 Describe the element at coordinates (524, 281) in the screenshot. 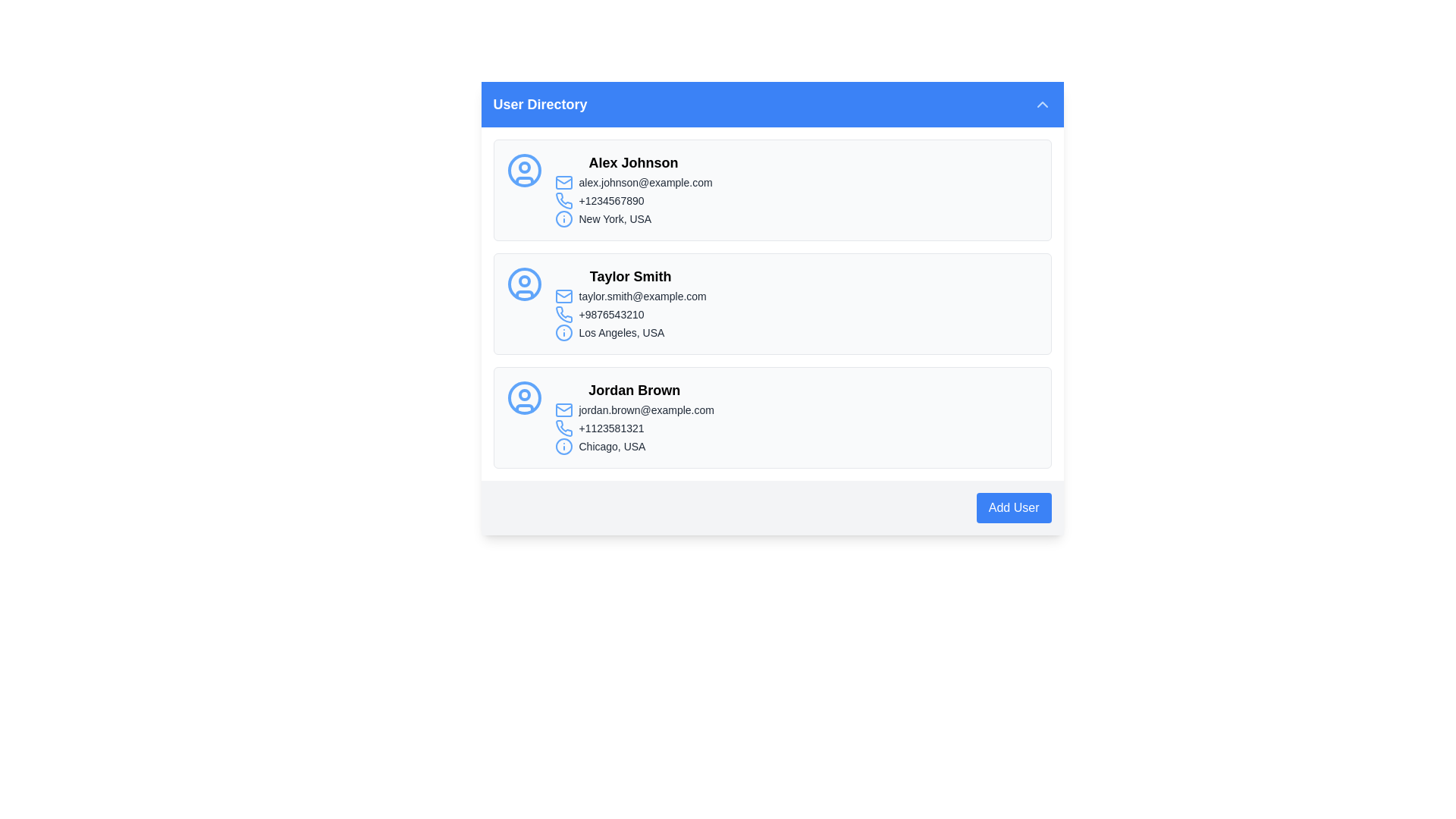

I see `the decorative icon inside the user icon for 'Taylor Smith'` at that location.